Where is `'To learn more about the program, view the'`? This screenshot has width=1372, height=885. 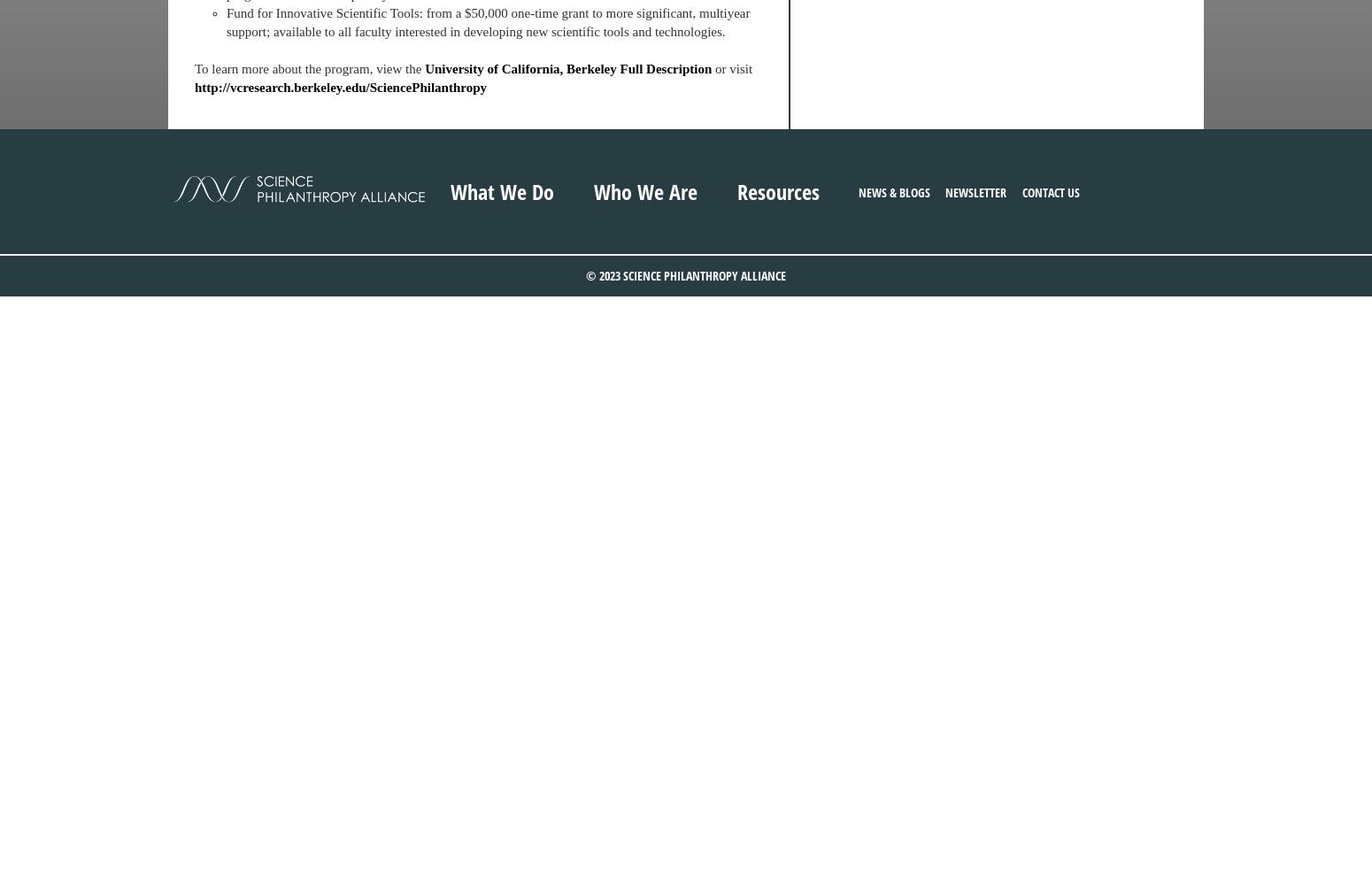
'To learn more about the program, view the' is located at coordinates (193, 68).